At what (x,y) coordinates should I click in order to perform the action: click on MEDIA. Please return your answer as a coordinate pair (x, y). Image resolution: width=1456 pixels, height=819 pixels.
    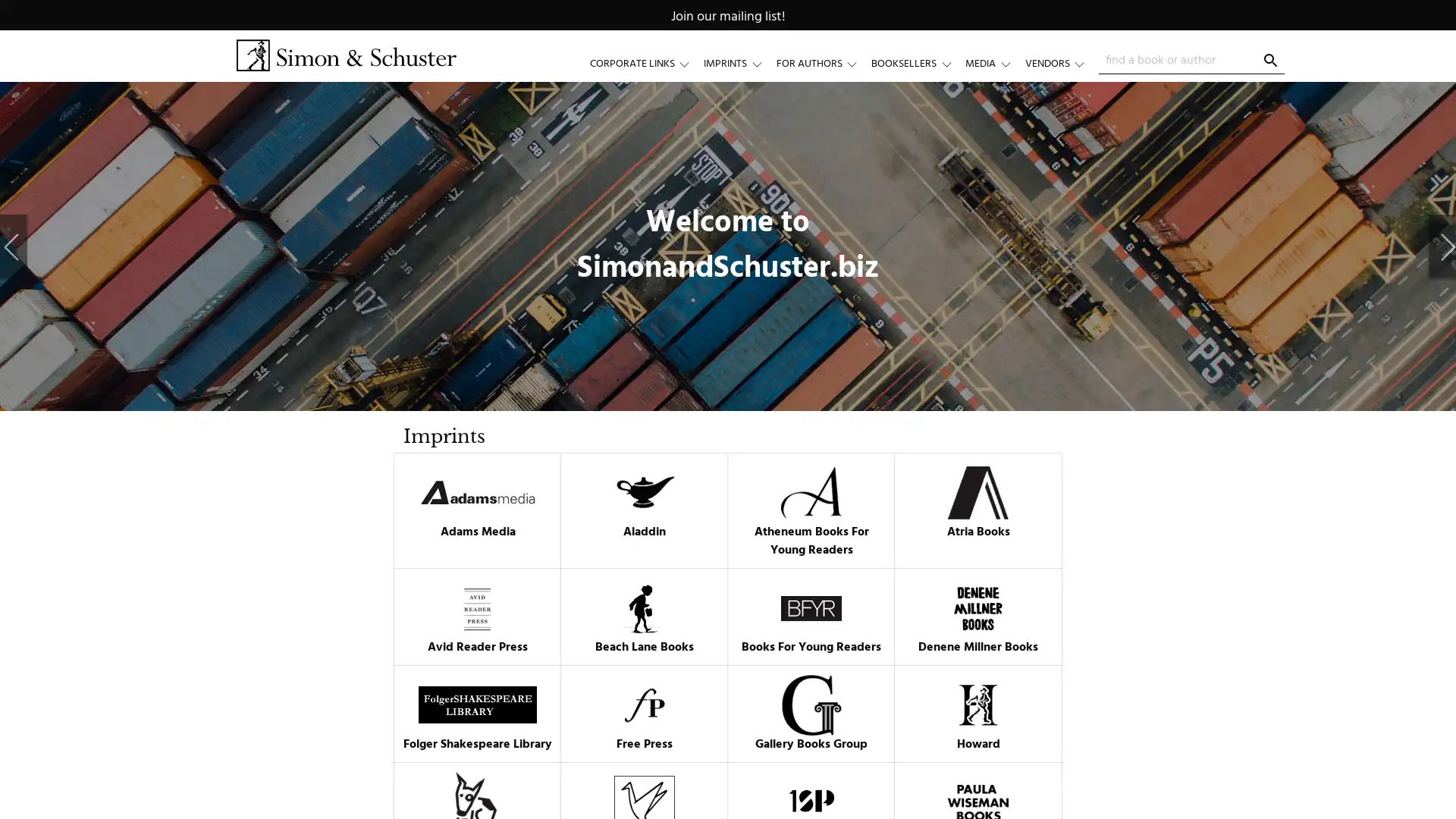
    Looking at the image, I should click on (994, 63).